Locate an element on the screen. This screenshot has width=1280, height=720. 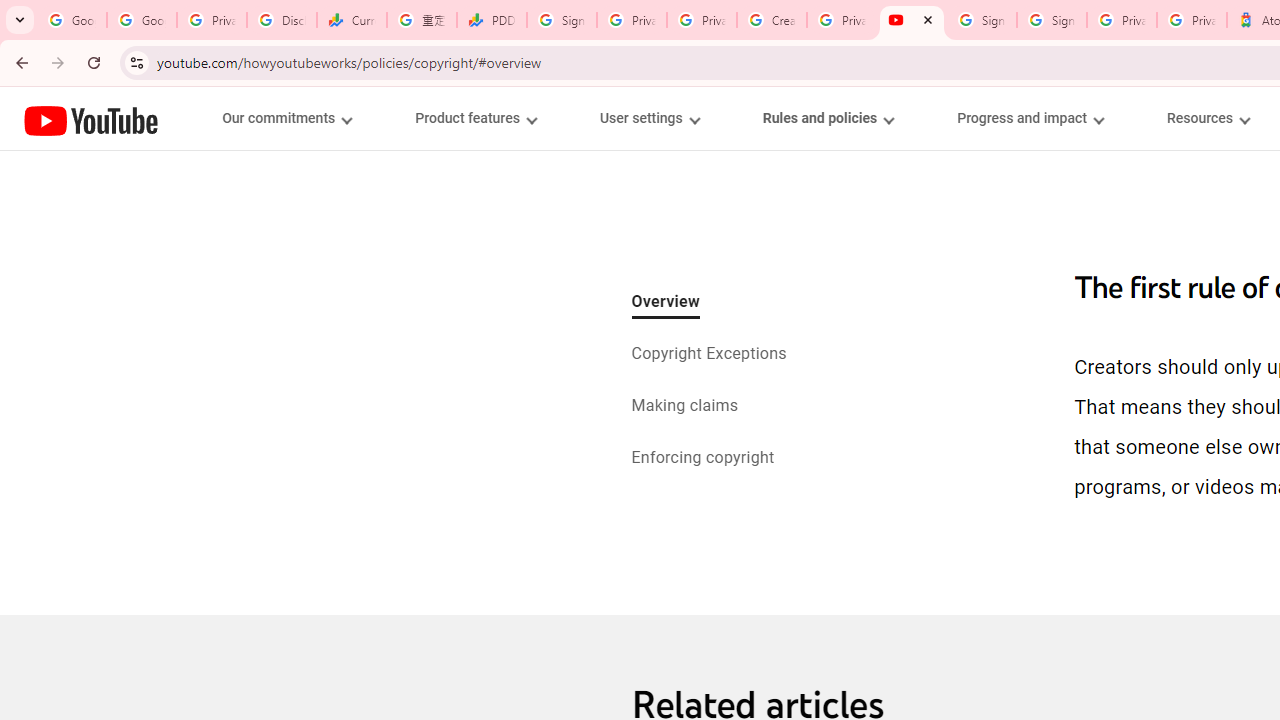
'Currencies - Google Finance' is located at coordinates (352, 20).